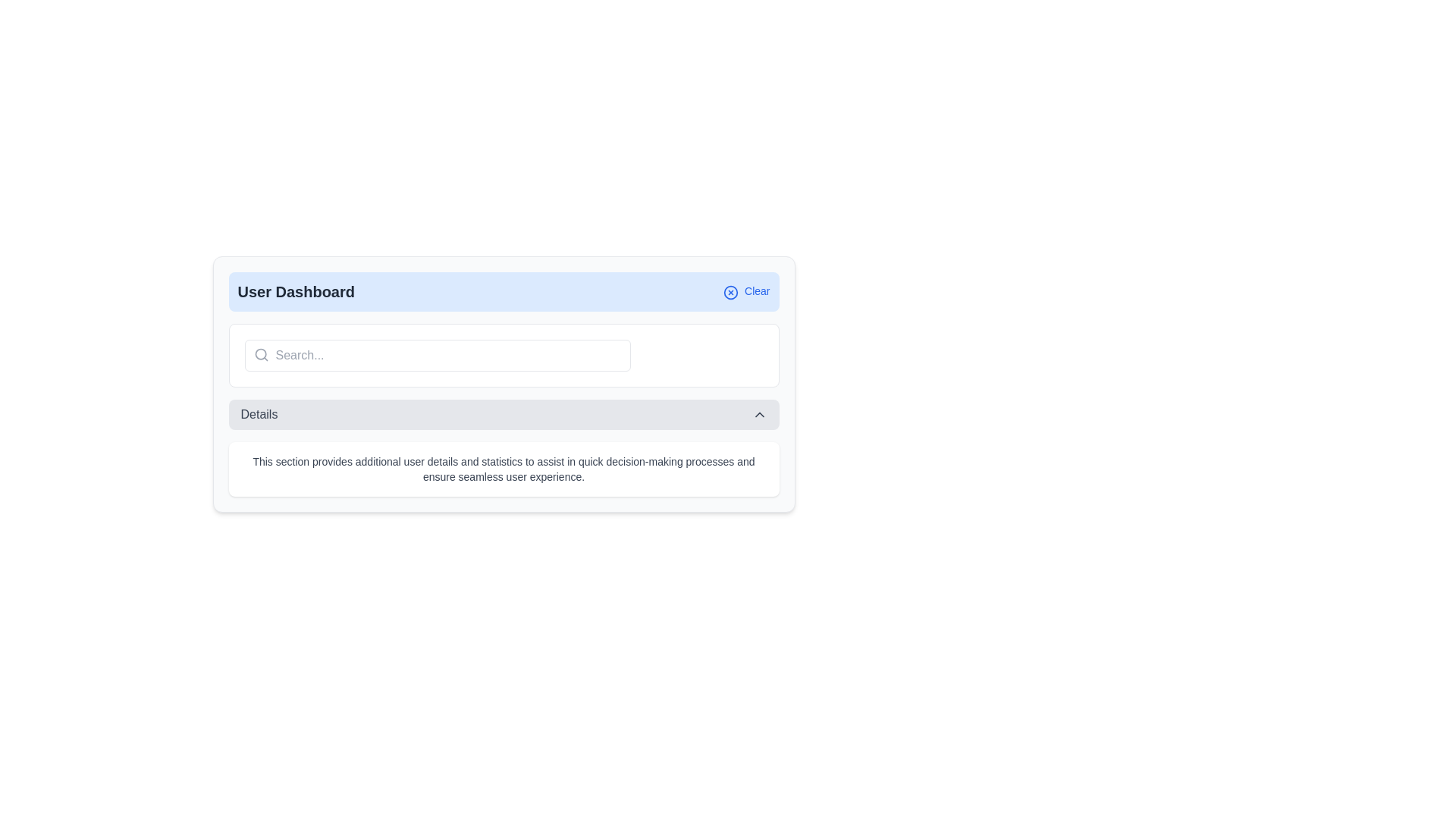  I want to click on the magnifying glass icon located in the top-left corner of the search bar, which is below the 'User Dashboard' heading, so click(261, 354).